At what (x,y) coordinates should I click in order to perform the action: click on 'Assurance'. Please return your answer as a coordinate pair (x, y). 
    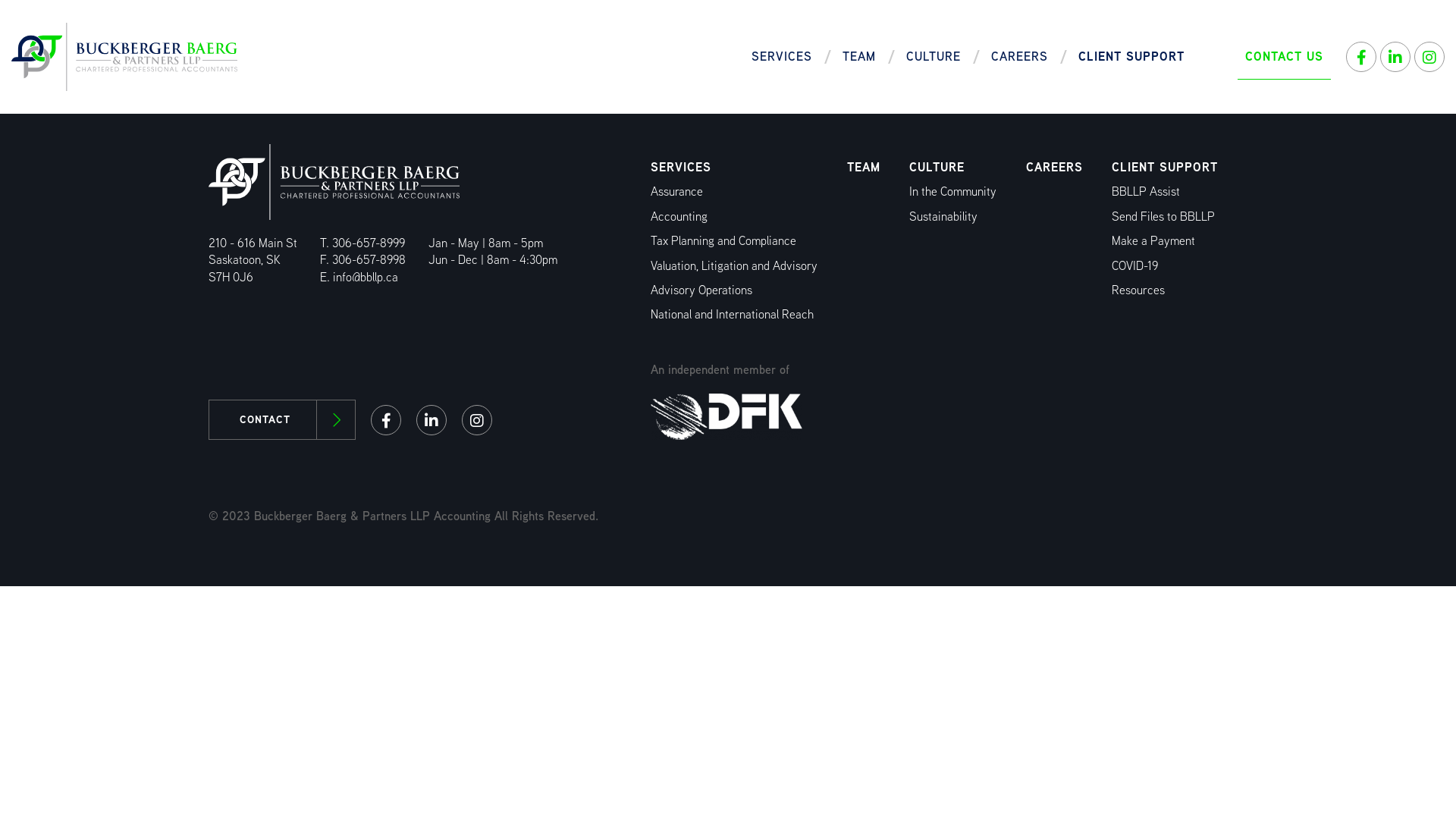
    Looking at the image, I should click on (676, 190).